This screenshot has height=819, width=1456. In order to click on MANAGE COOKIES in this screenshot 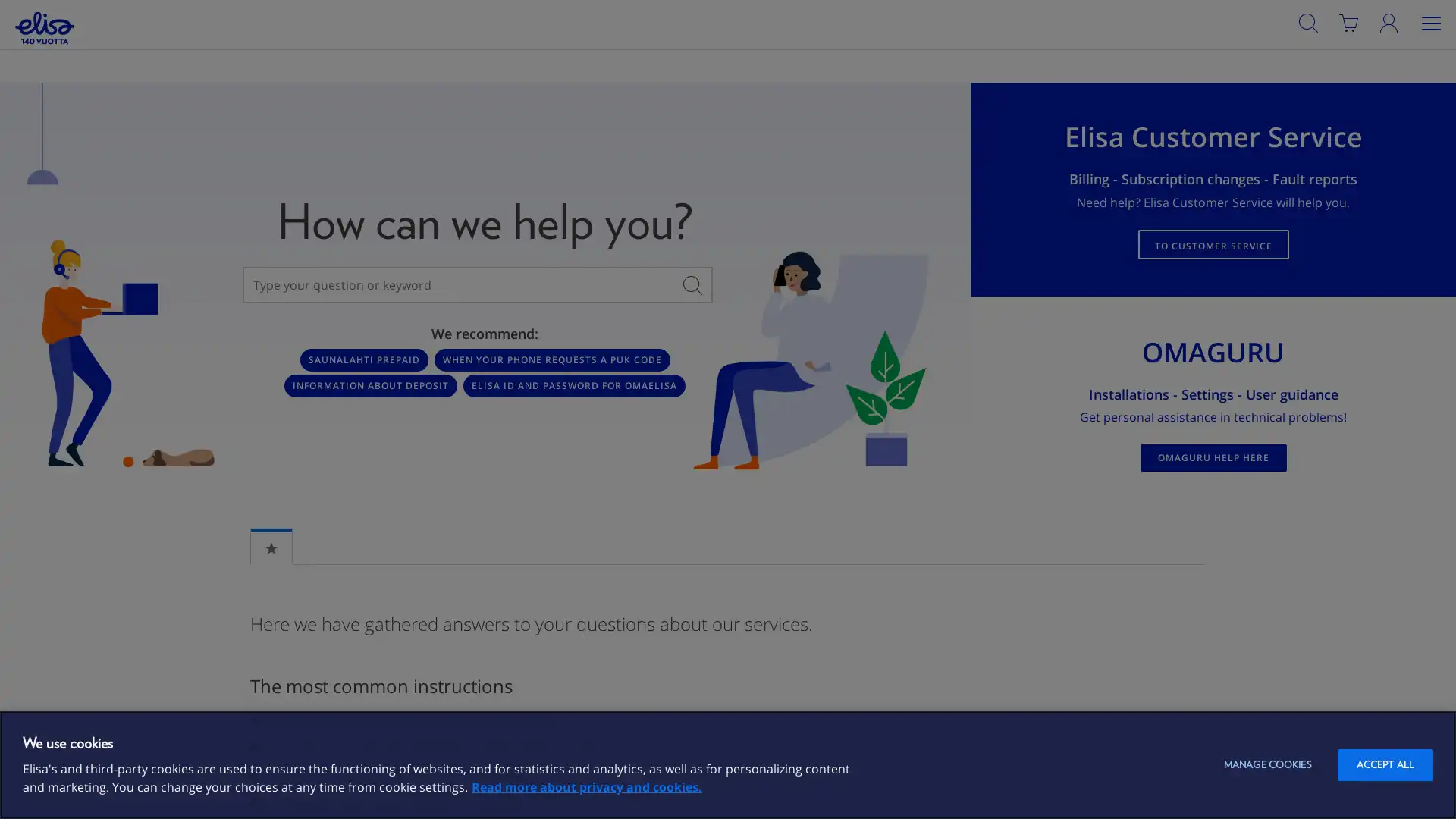, I will do `click(1266, 765)`.